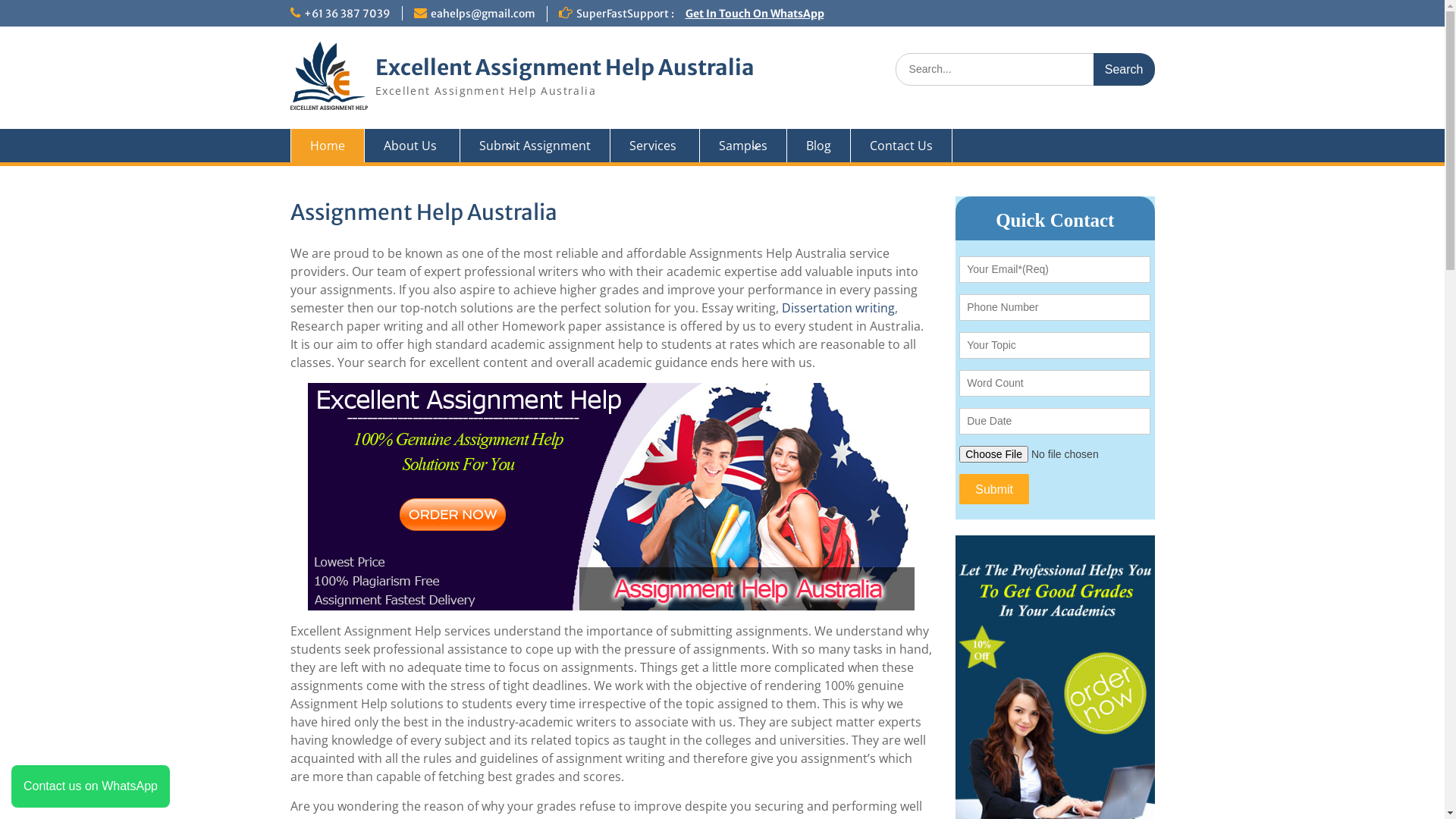  What do you see at coordinates (535, 146) in the screenshot?
I see `'Submit Assignment'` at bounding box center [535, 146].